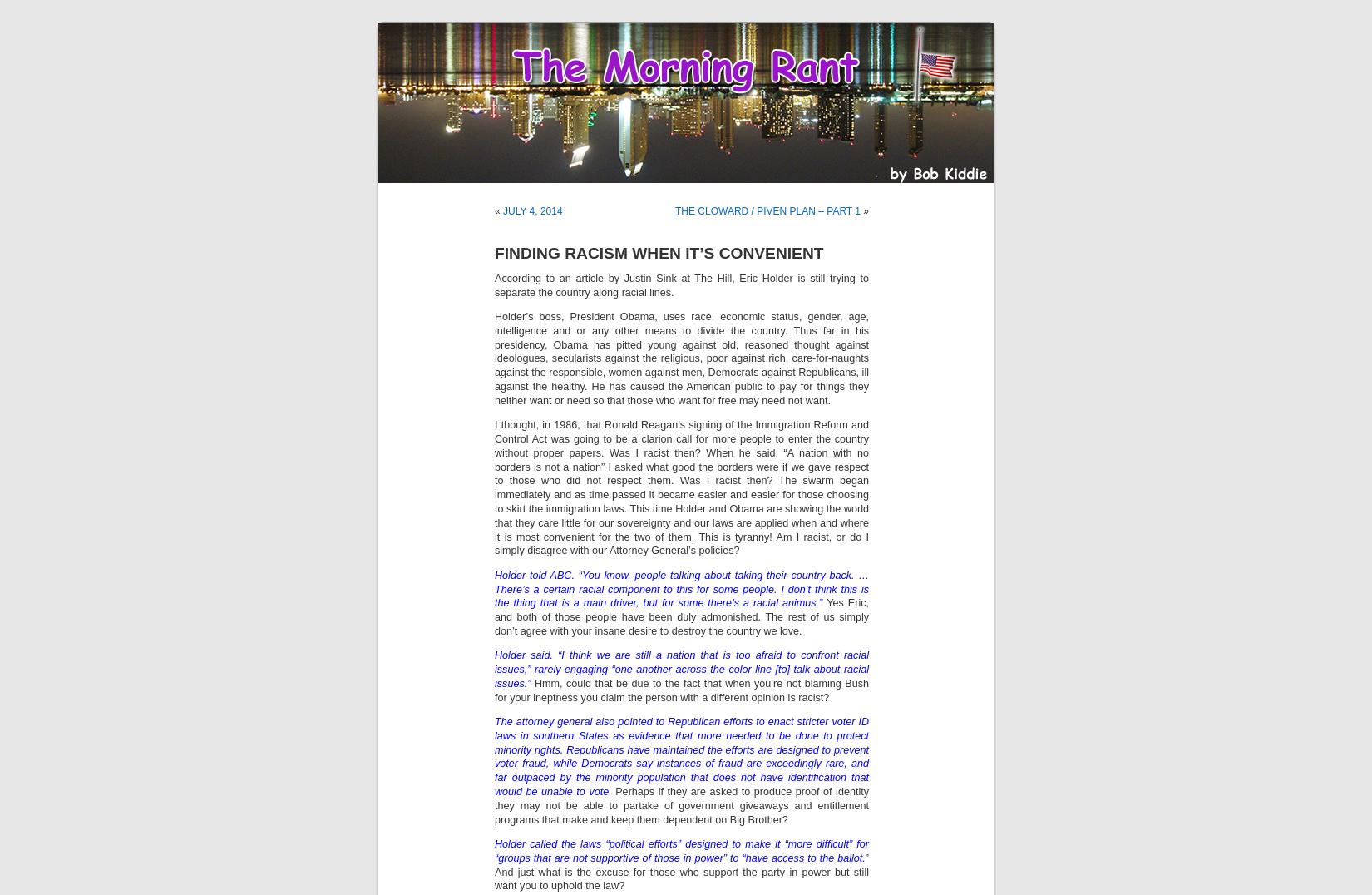 The width and height of the screenshot is (1372, 895). Describe the element at coordinates (681, 358) in the screenshot. I see `'Holder’s boss, President Obama, uses race, economic status, gender, age, intelligence and or any other means to divide the country. Thus far in his presidency, Obama has pitted young against old, reasoned thought against ideologues, secularists against the religious, poor against rich, care-for-naughts against the responsible, women against men, Democrats against Republicans, ill against the healthy. He has caused the American public to pay for things they neither want or need so that those who want for free may need not want.'` at that location.